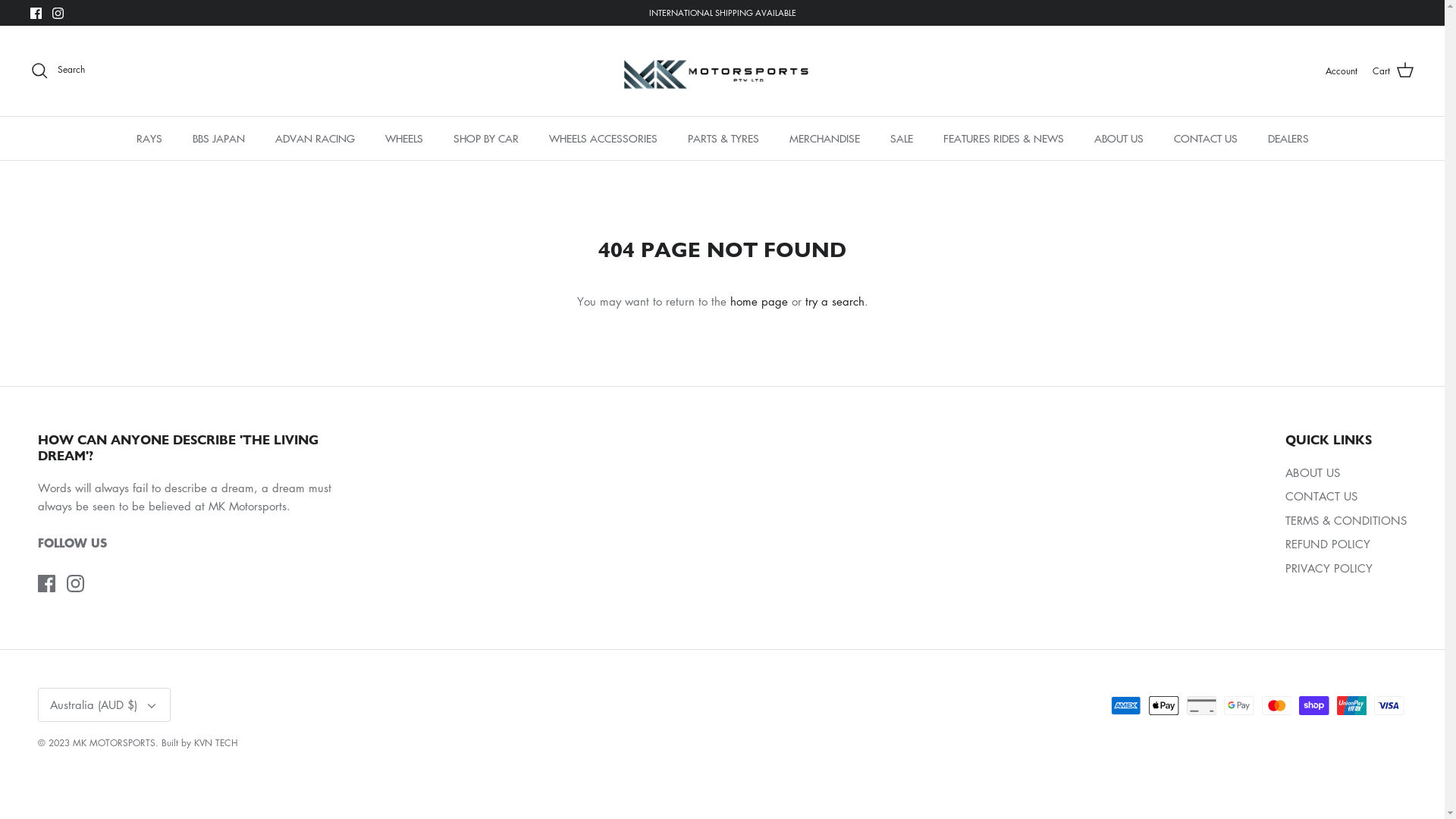 This screenshot has height=819, width=1456. Describe the element at coordinates (486, 138) in the screenshot. I see `'SHOP BY CAR'` at that location.